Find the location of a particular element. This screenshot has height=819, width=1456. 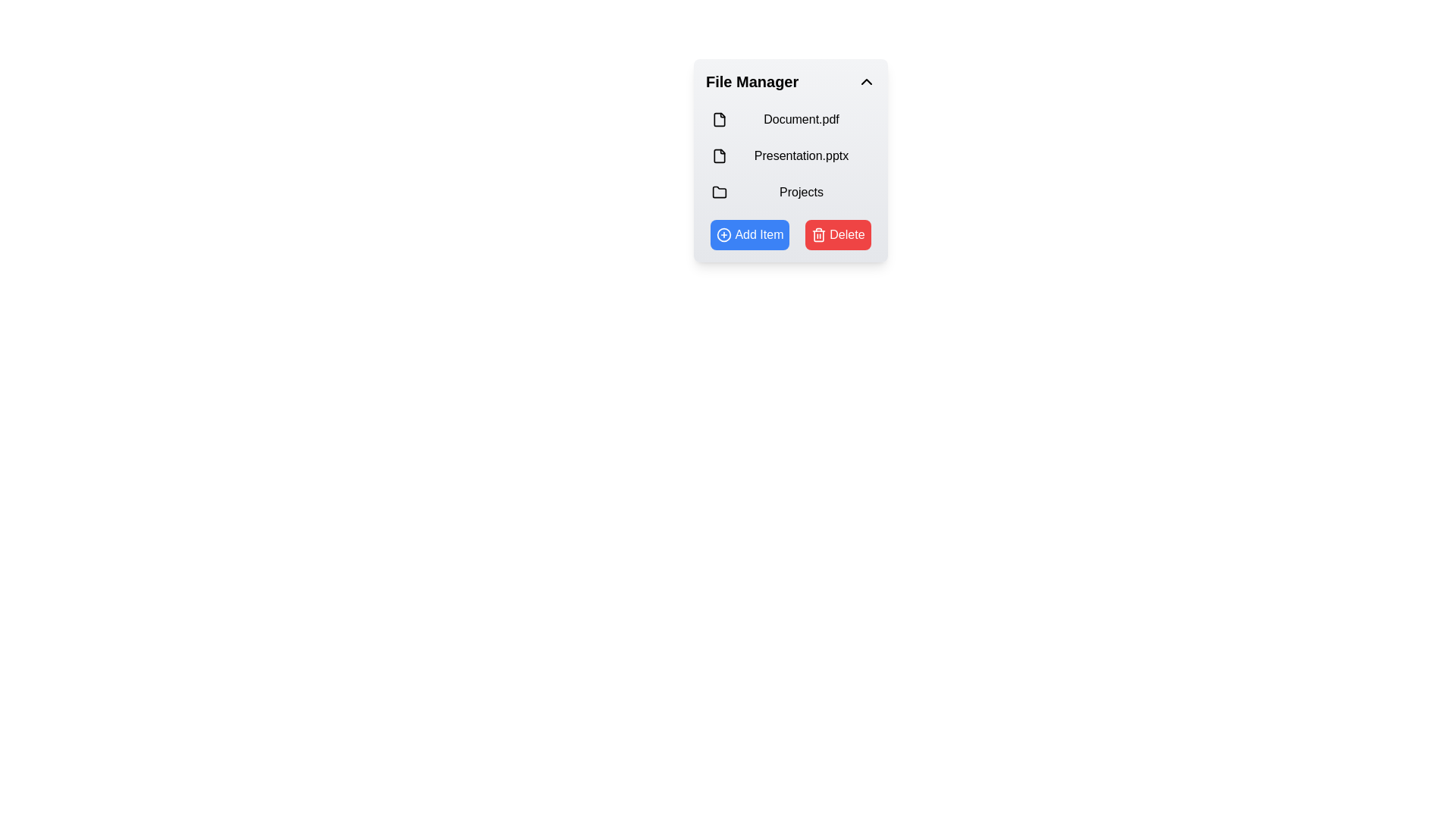

the text label displaying 'Presentation.pptx' in a file manager is located at coordinates (800, 155).